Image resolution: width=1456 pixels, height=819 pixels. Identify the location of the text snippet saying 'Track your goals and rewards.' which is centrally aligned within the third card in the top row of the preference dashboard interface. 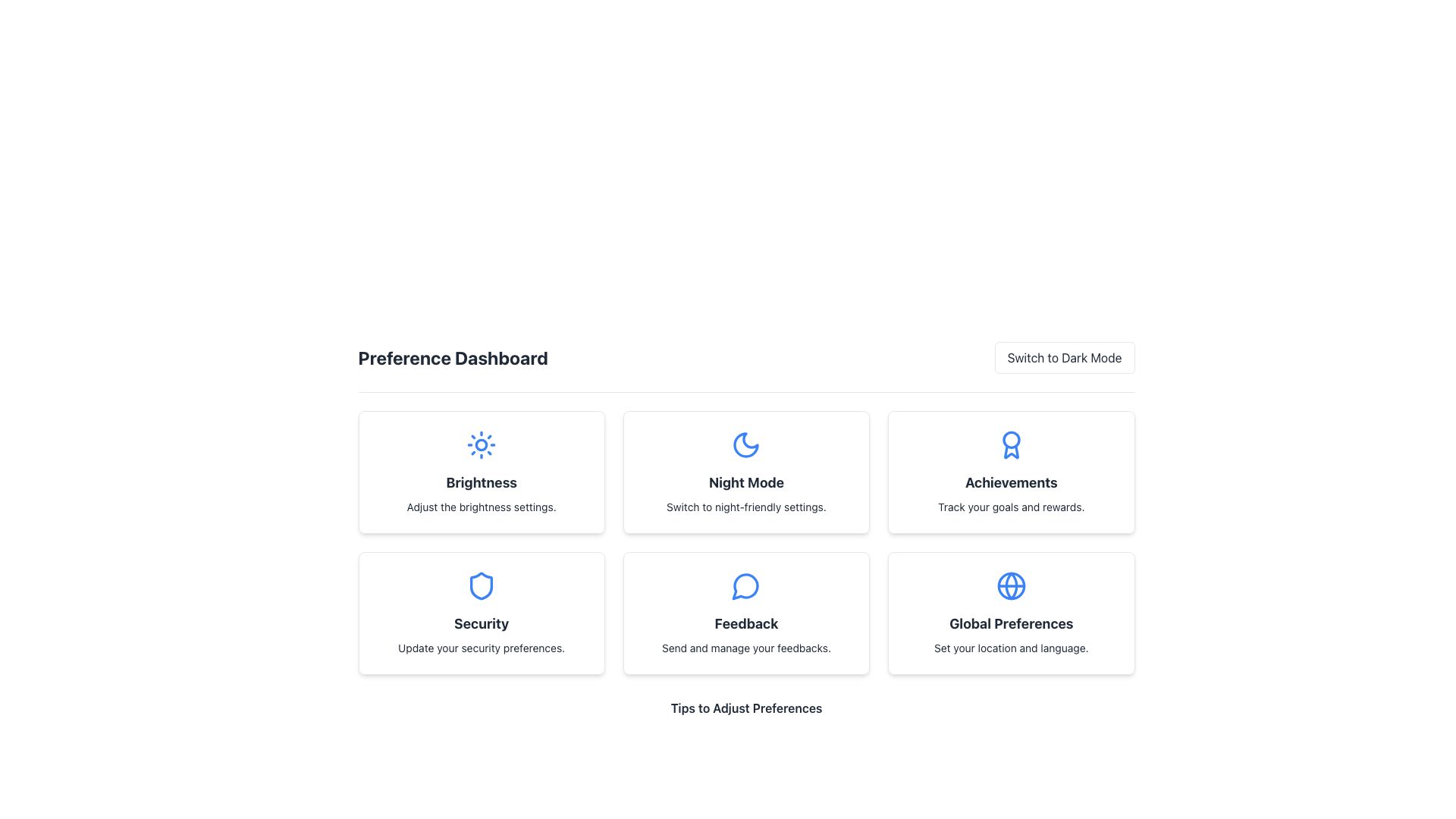
(1011, 507).